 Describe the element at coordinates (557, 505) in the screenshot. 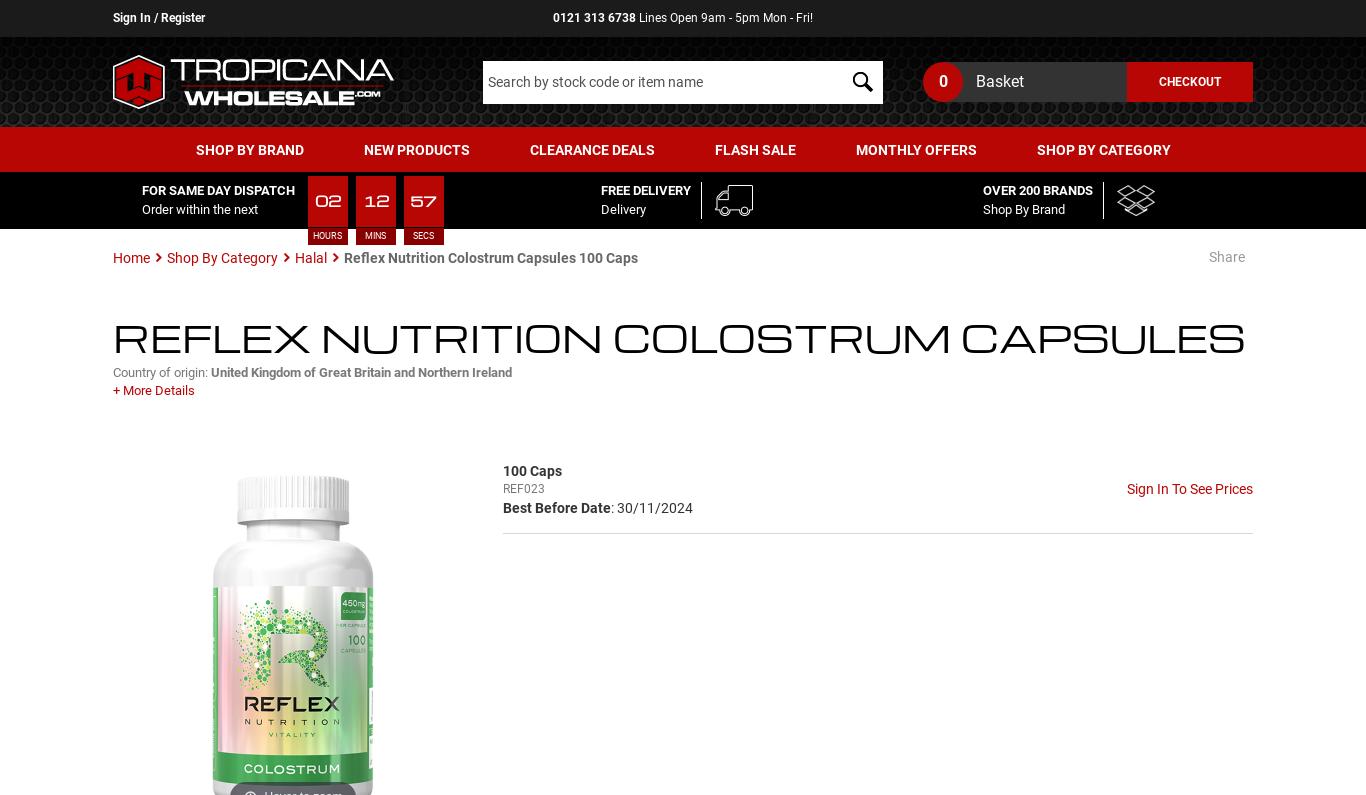

I see `'Best Before Date'` at that location.